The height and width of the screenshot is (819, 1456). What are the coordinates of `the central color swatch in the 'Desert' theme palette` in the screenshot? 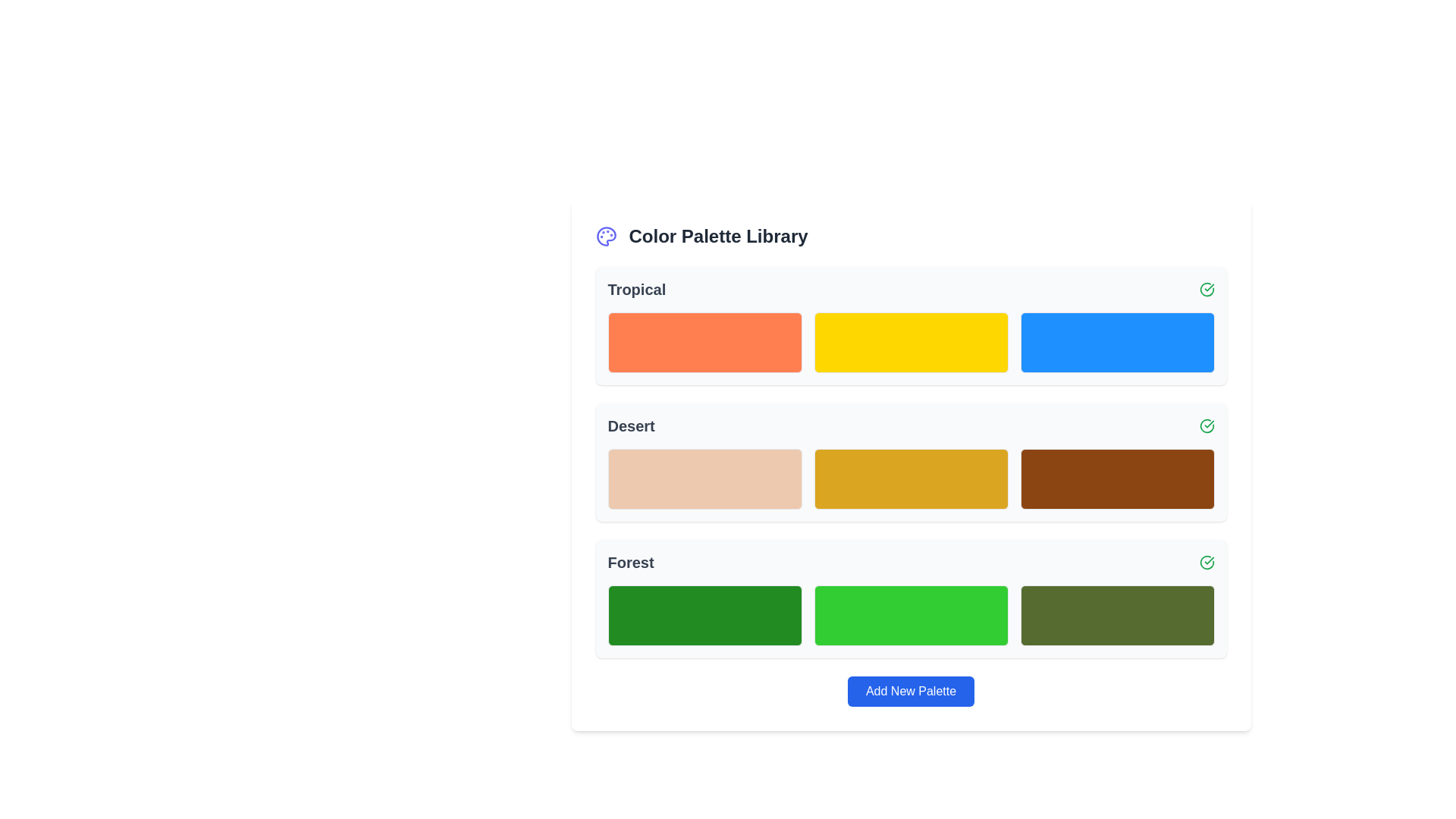 It's located at (910, 461).